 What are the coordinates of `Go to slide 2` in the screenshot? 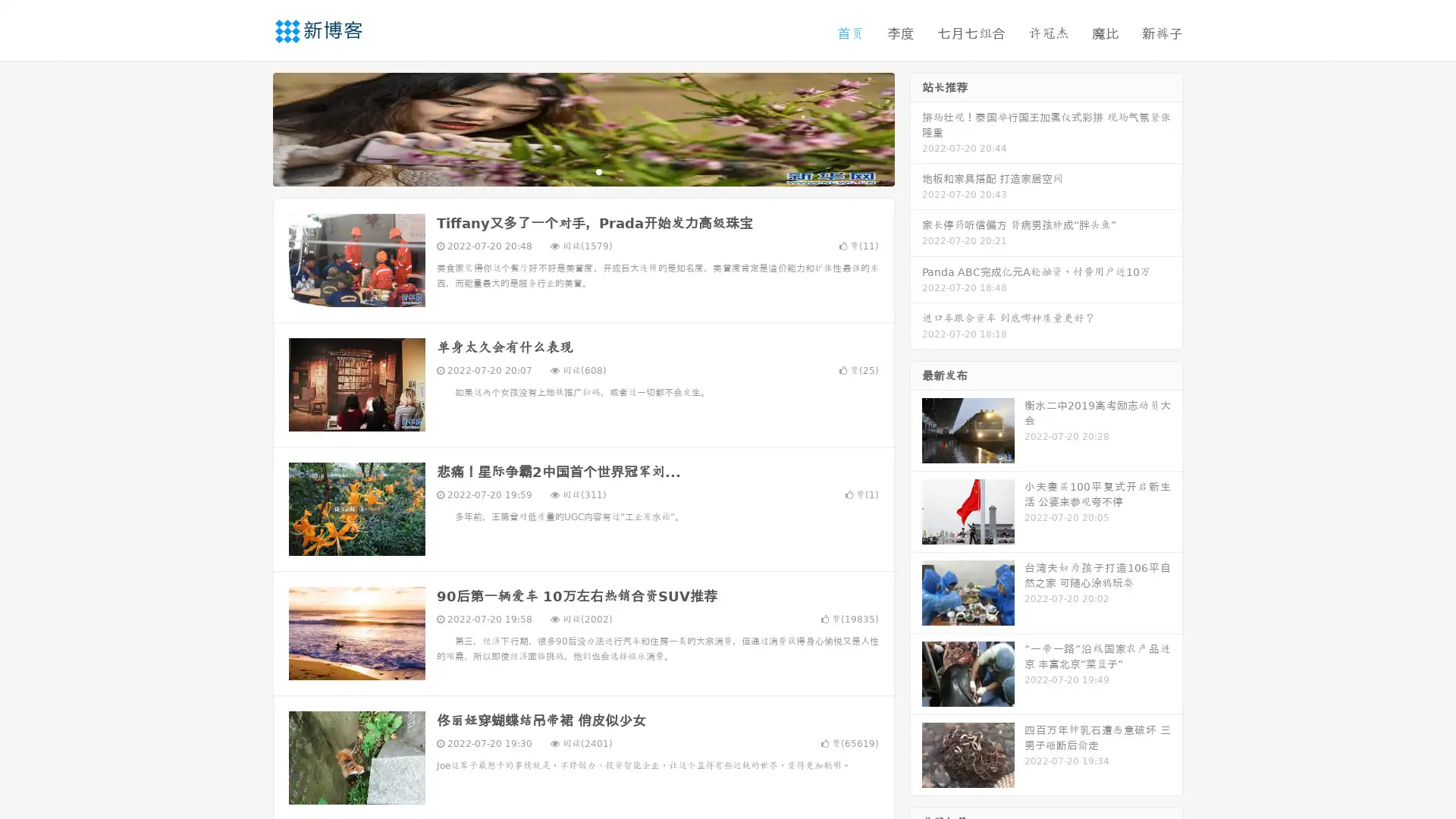 It's located at (582, 171).